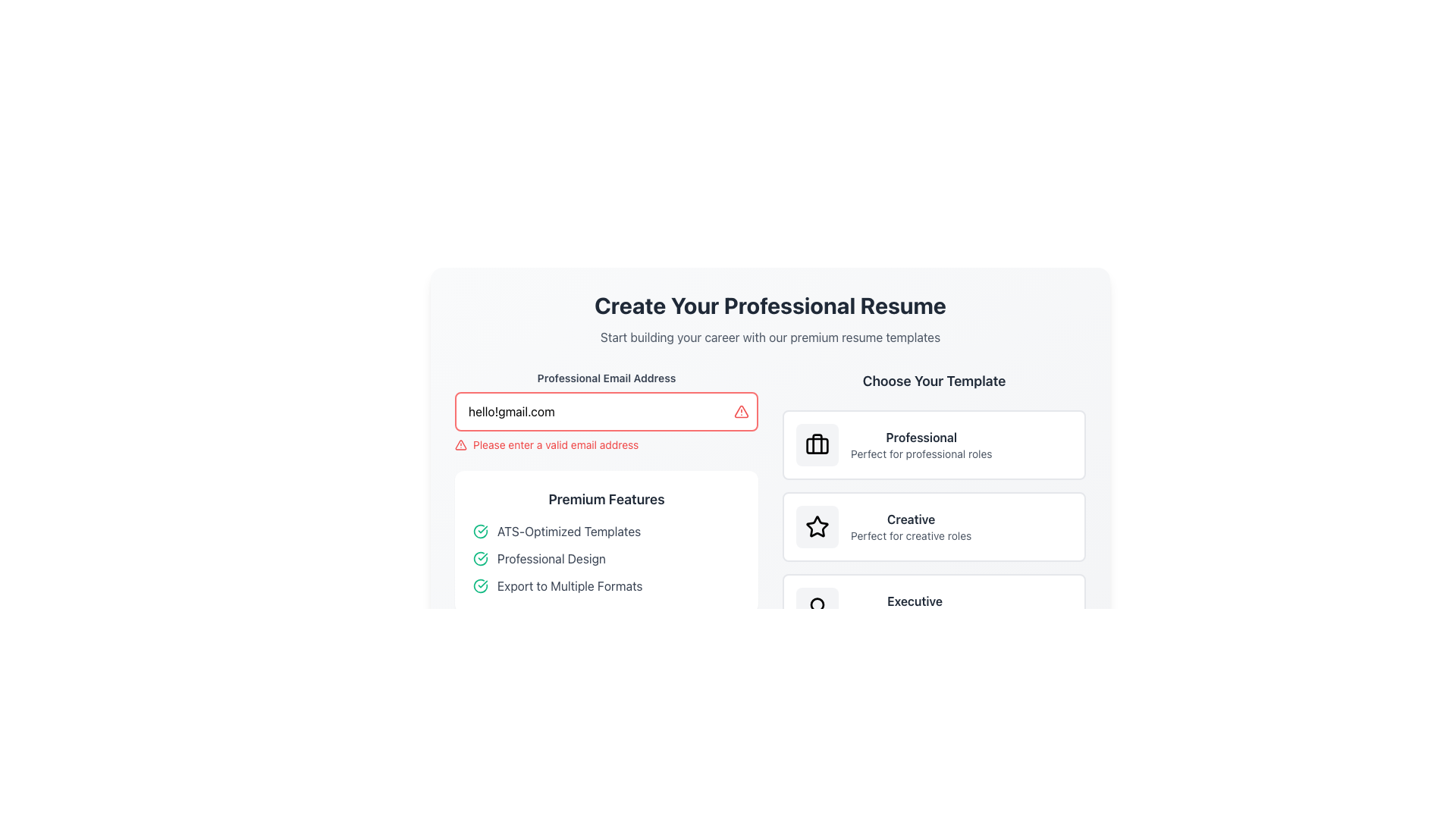 This screenshot has height=819, width=1456. I want to click on the decorative vector graphic circle that enhances the visual styling of the 'Executive' button in the 'Choose Your Template' section, so click(817, 604).